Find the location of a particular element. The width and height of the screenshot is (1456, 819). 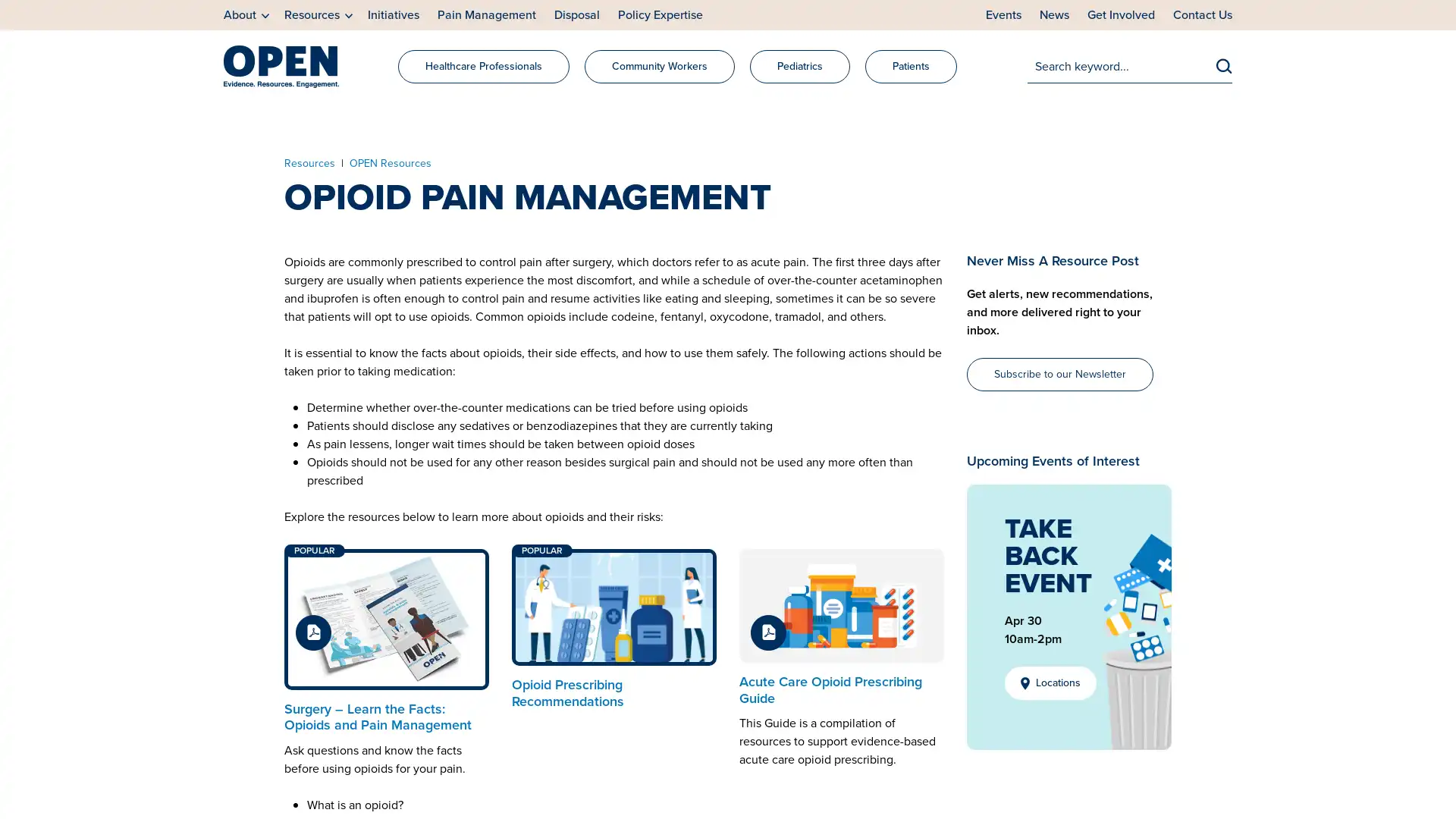

Resources is located at coordinates (318, 15).